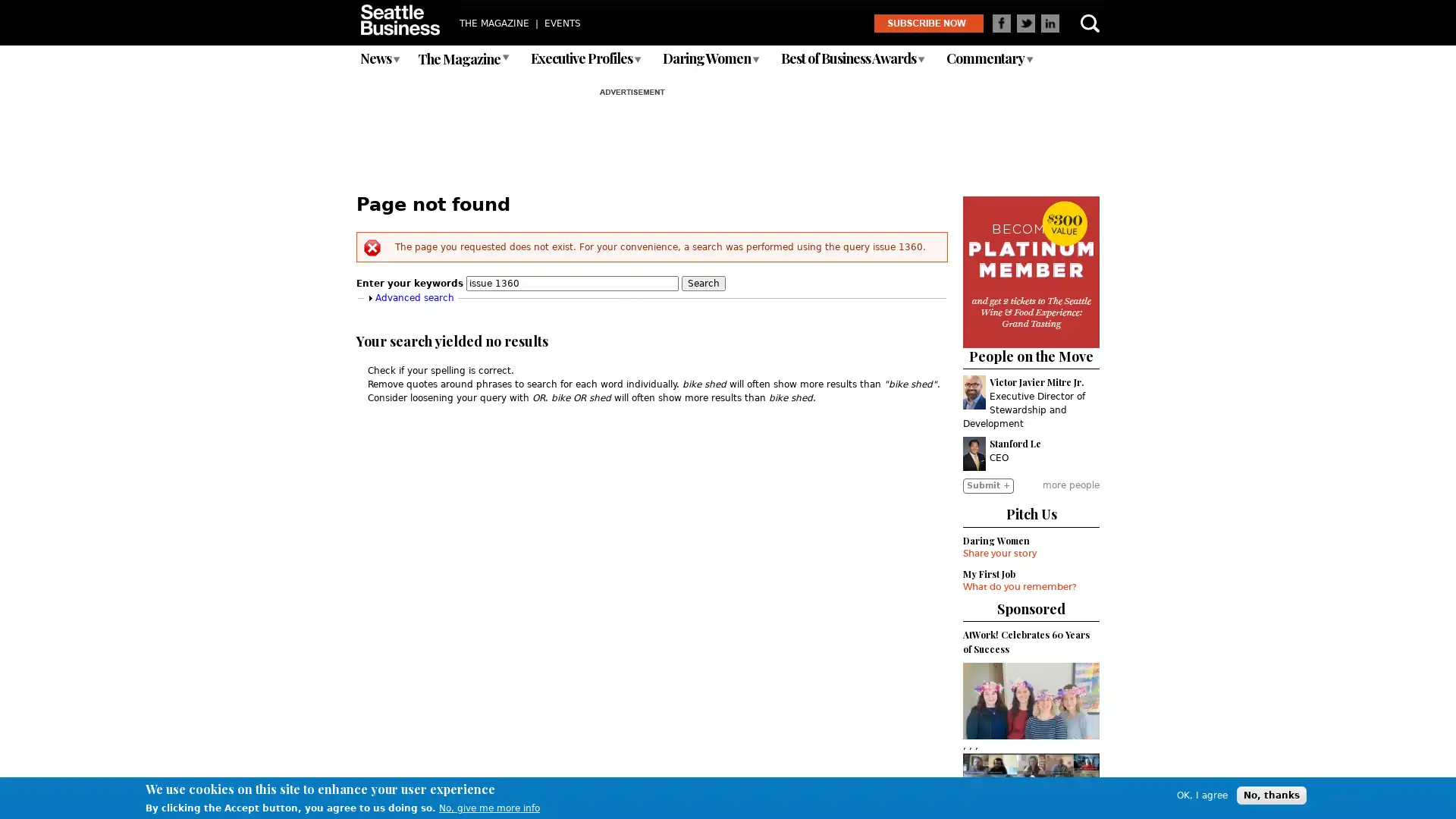 The width and height of the screenshot is (1456, 819). I want to click on OK, I agree, so click(1201, 794).